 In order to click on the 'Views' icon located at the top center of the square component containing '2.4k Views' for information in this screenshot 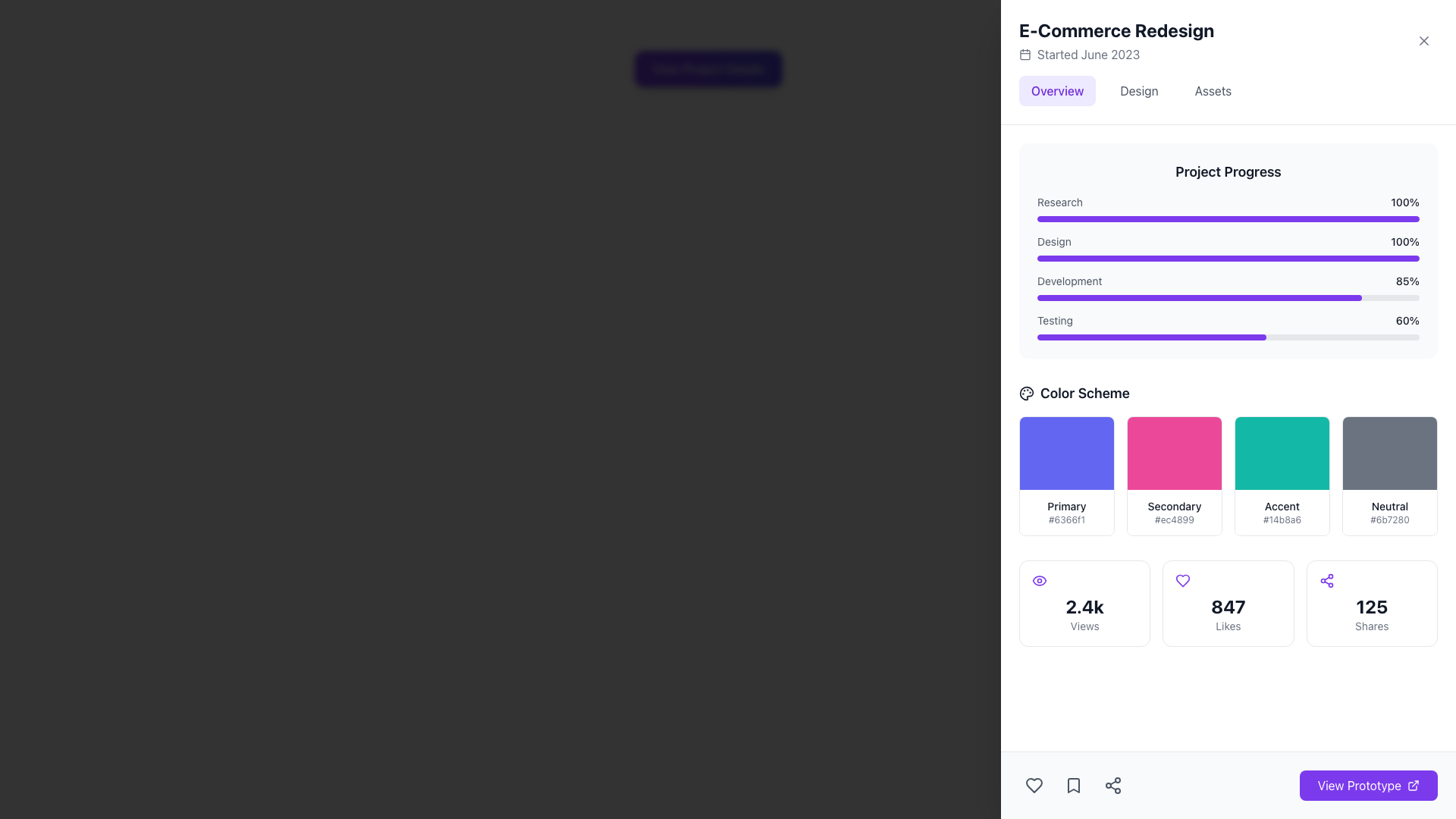, I will do `click(1039, 580)`.